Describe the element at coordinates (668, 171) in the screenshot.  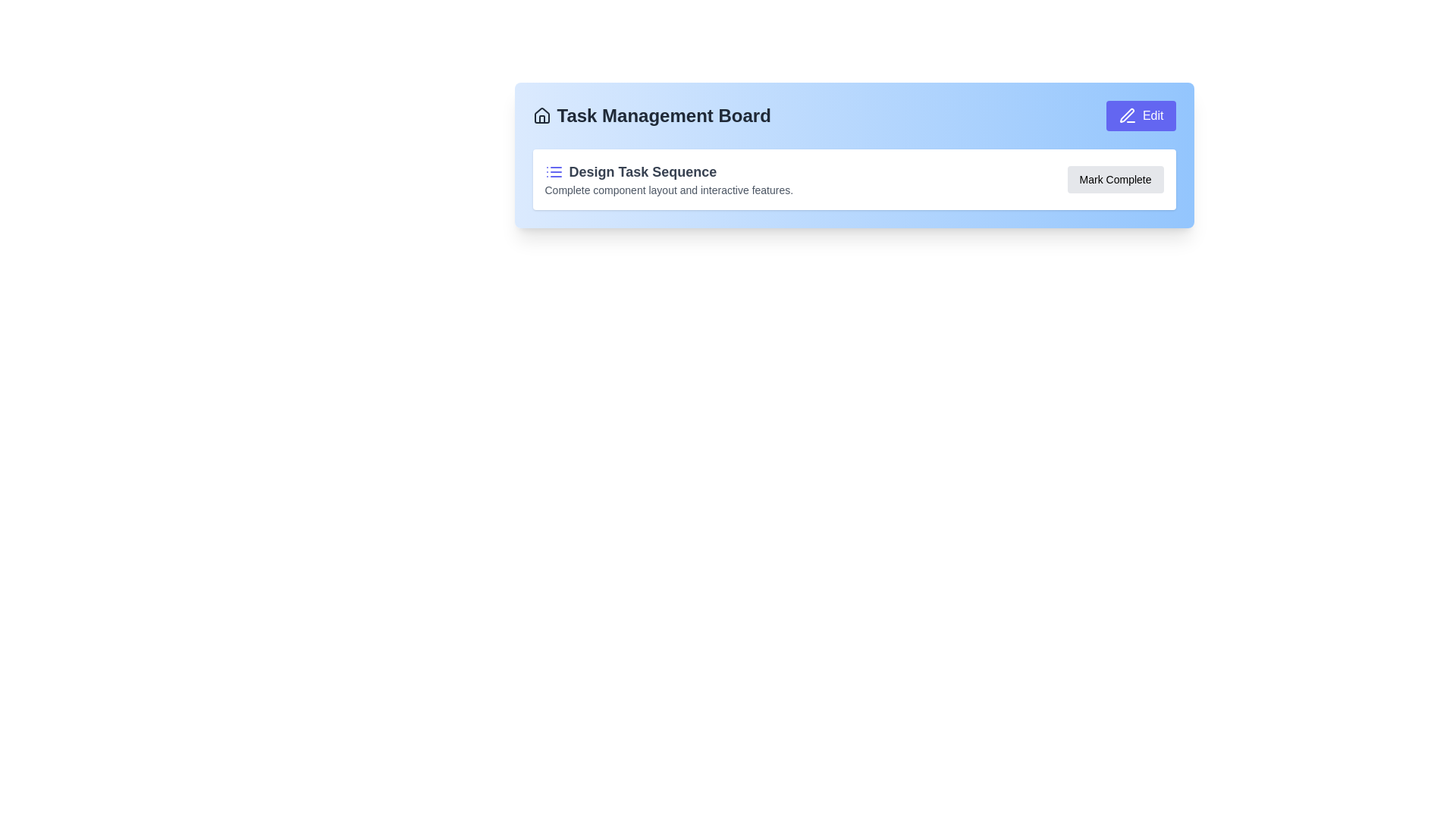
I see `the Text header with an icon that provides the title 'Complete component layout and interactive features.' in the Task Management Board section` at that location.